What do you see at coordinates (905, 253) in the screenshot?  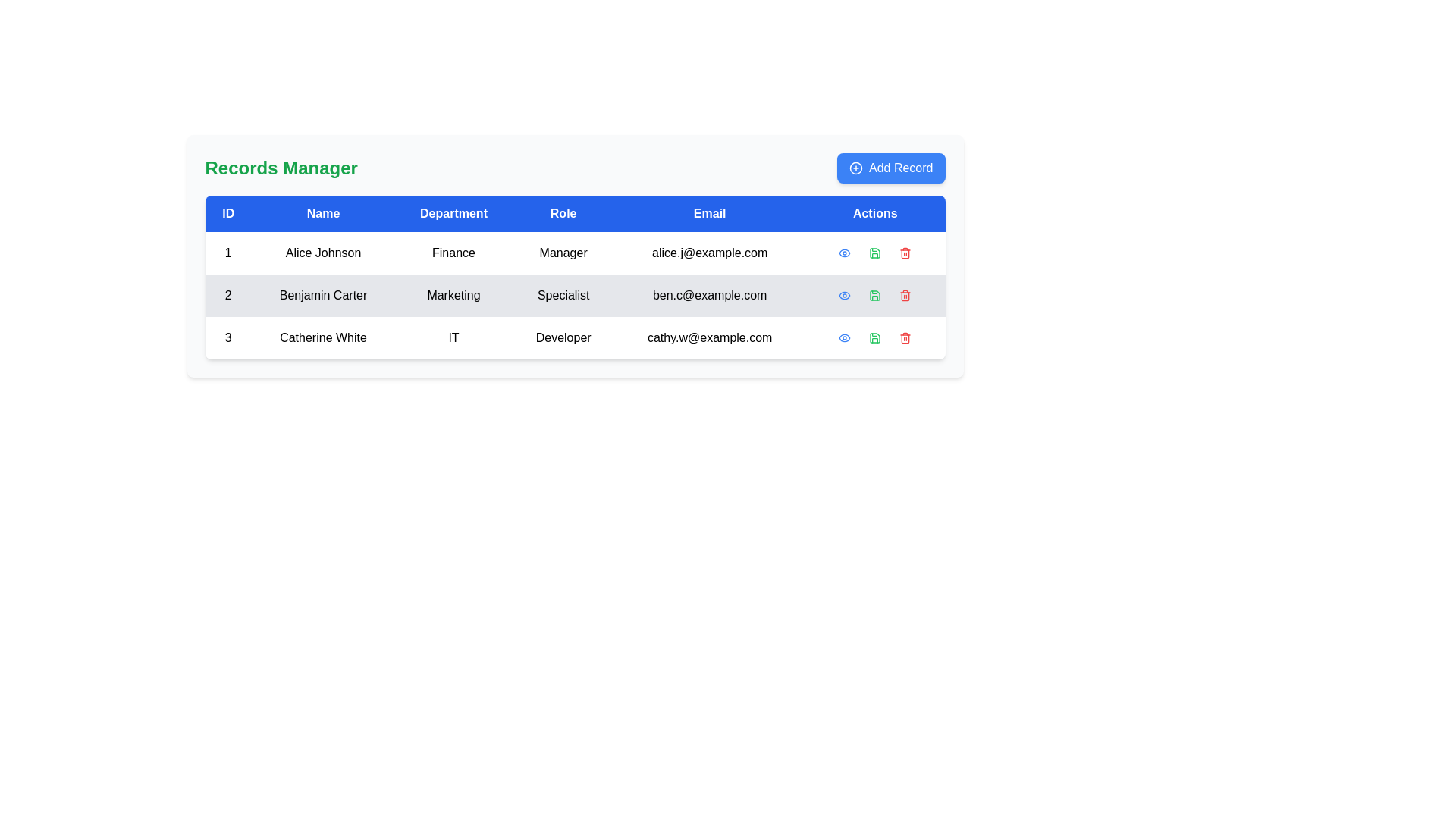 I see `the red icon button with a trash symbol located in the actions column of the first row of the table` at bounding box center [905, 253].